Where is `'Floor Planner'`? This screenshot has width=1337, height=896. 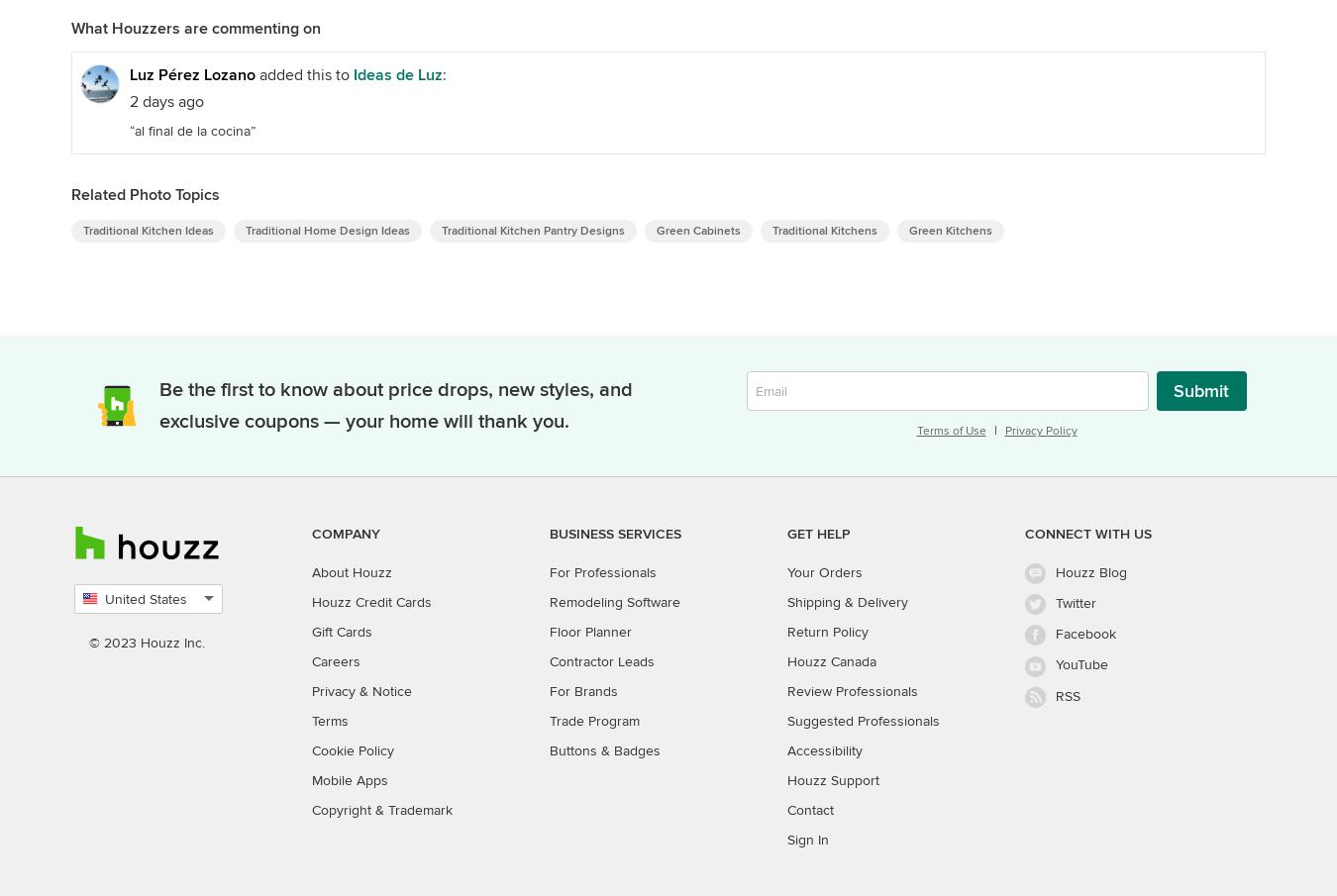 'Floor Planner' is located at coordinates (590, 631).